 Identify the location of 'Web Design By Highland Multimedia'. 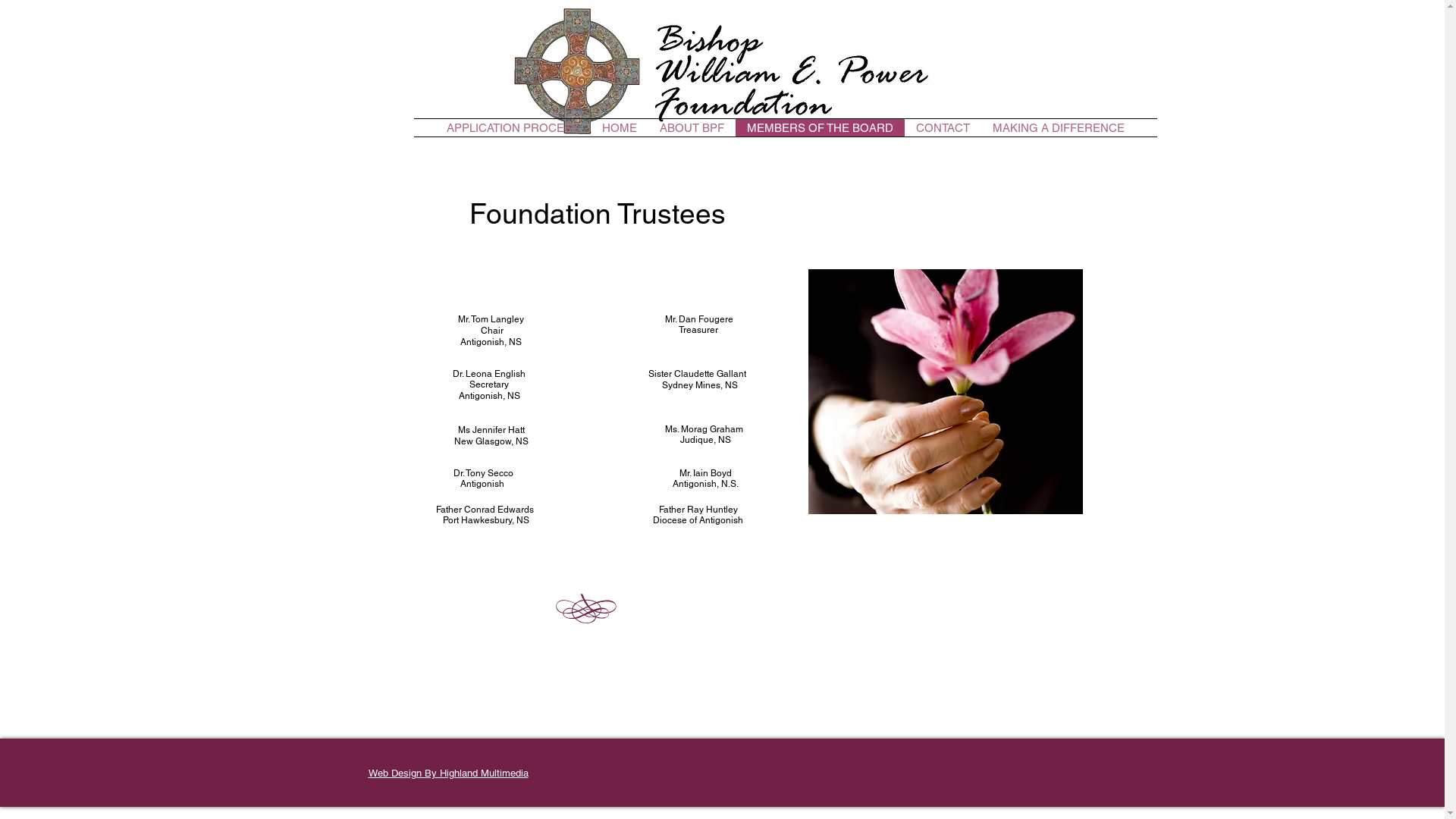
(447, 773).